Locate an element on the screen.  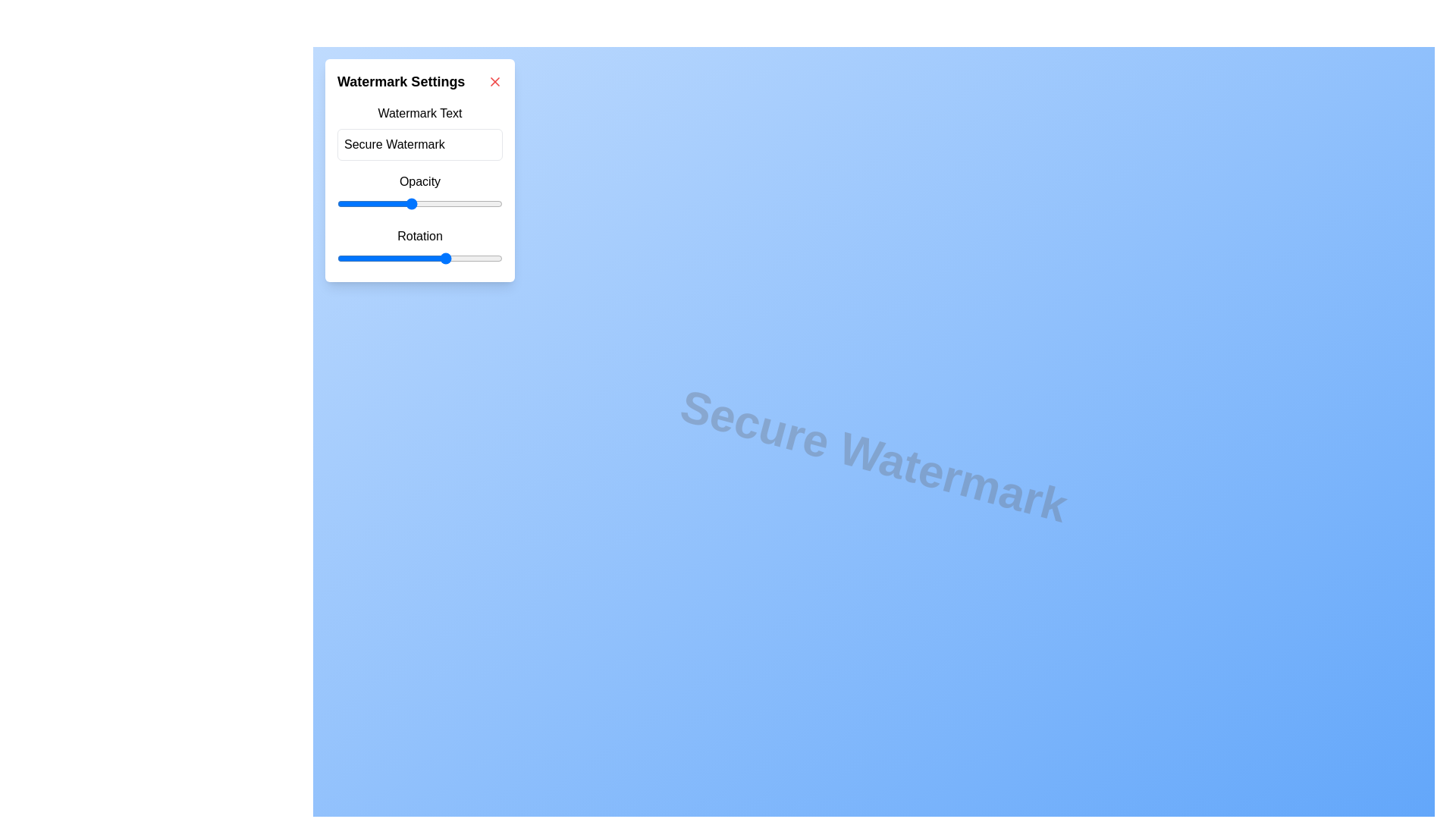
the Text Label that serves as a contextual description for the input field labeled 'Secure Watermark' in the settings popup is located at coordinates (419, 113).